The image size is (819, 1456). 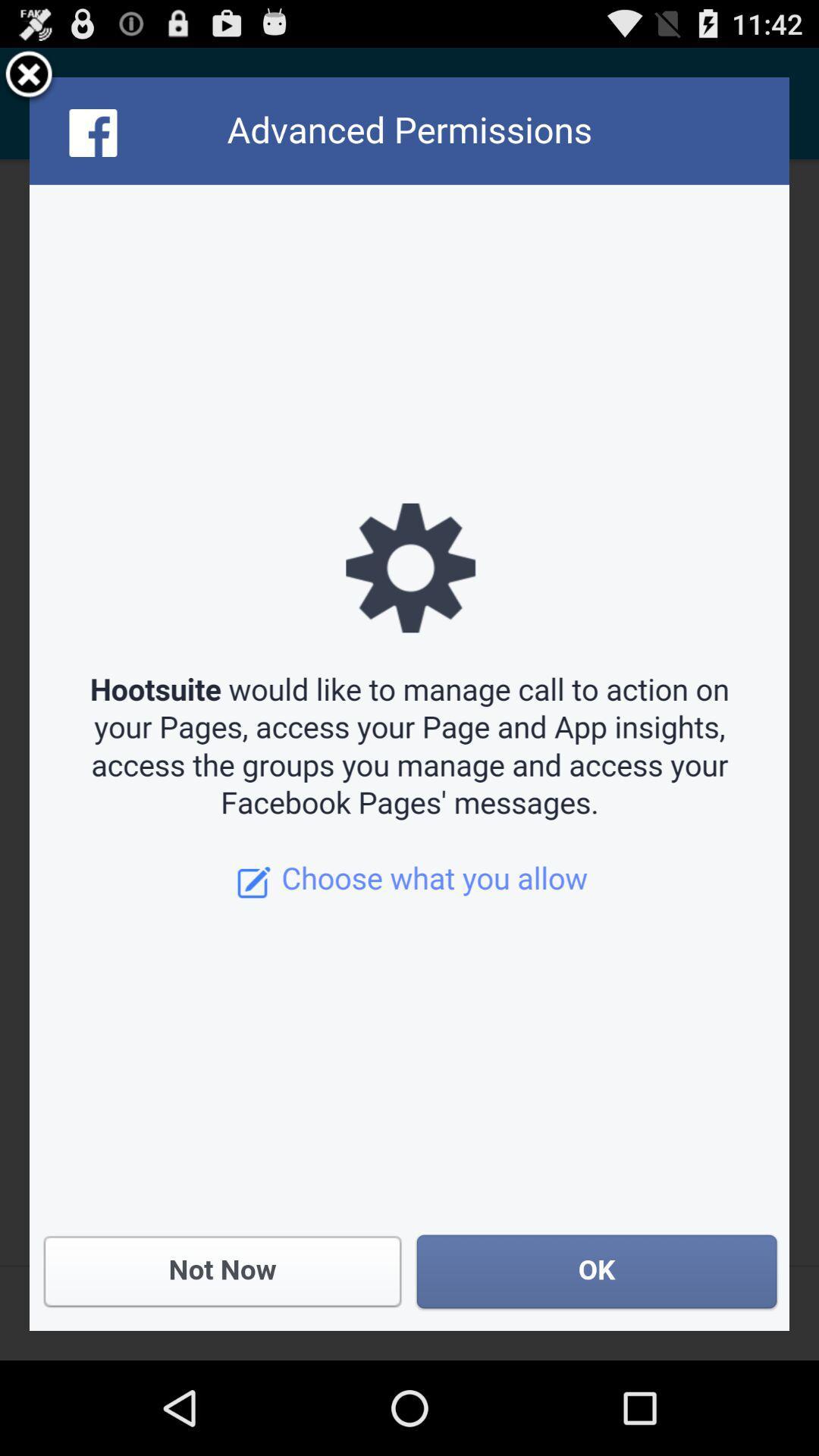 I want to click on the item at the top left corner, so click(x=29, y=76).